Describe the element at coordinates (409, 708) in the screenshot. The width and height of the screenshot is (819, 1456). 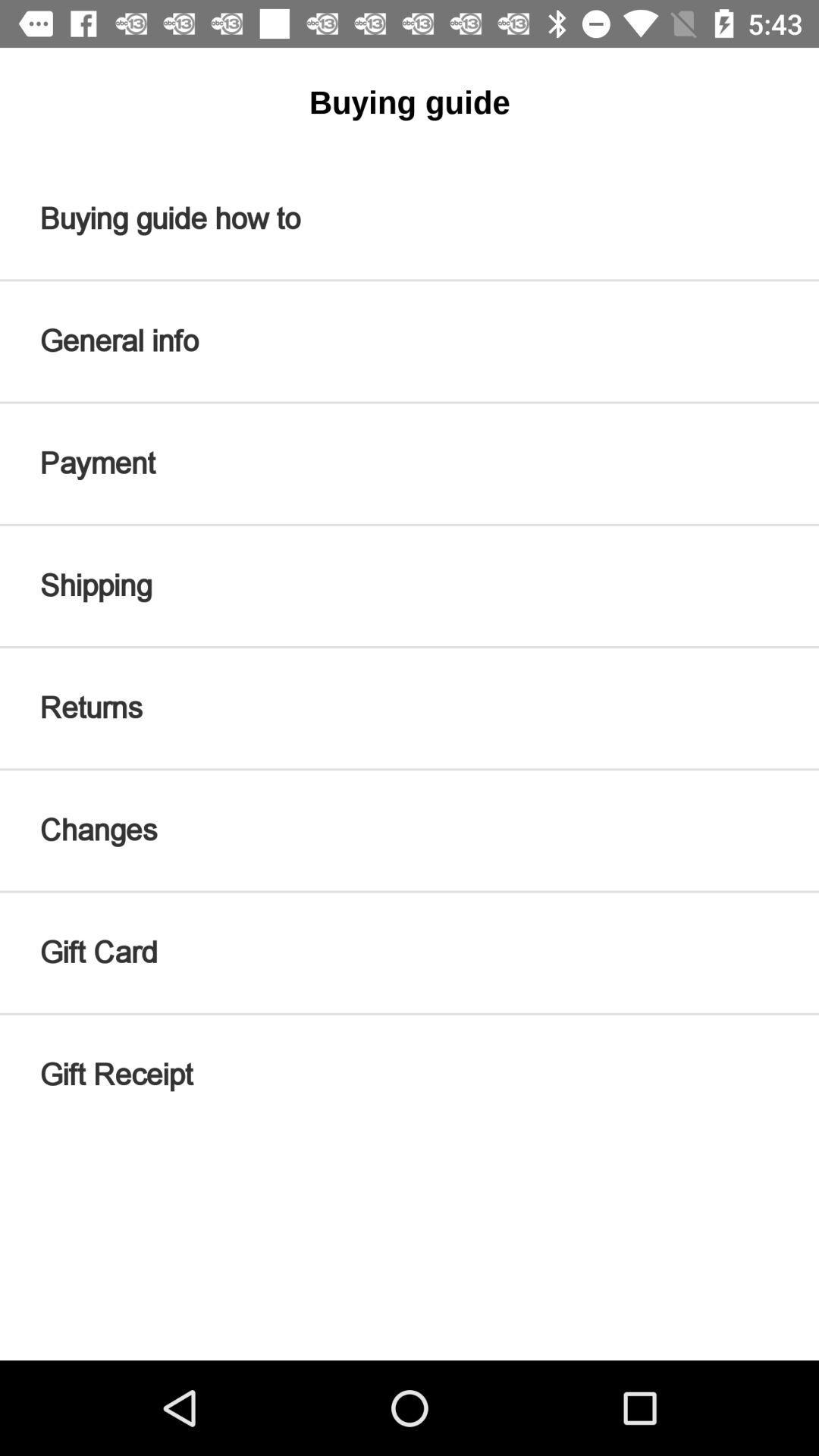
I see `the returns item` at that location.